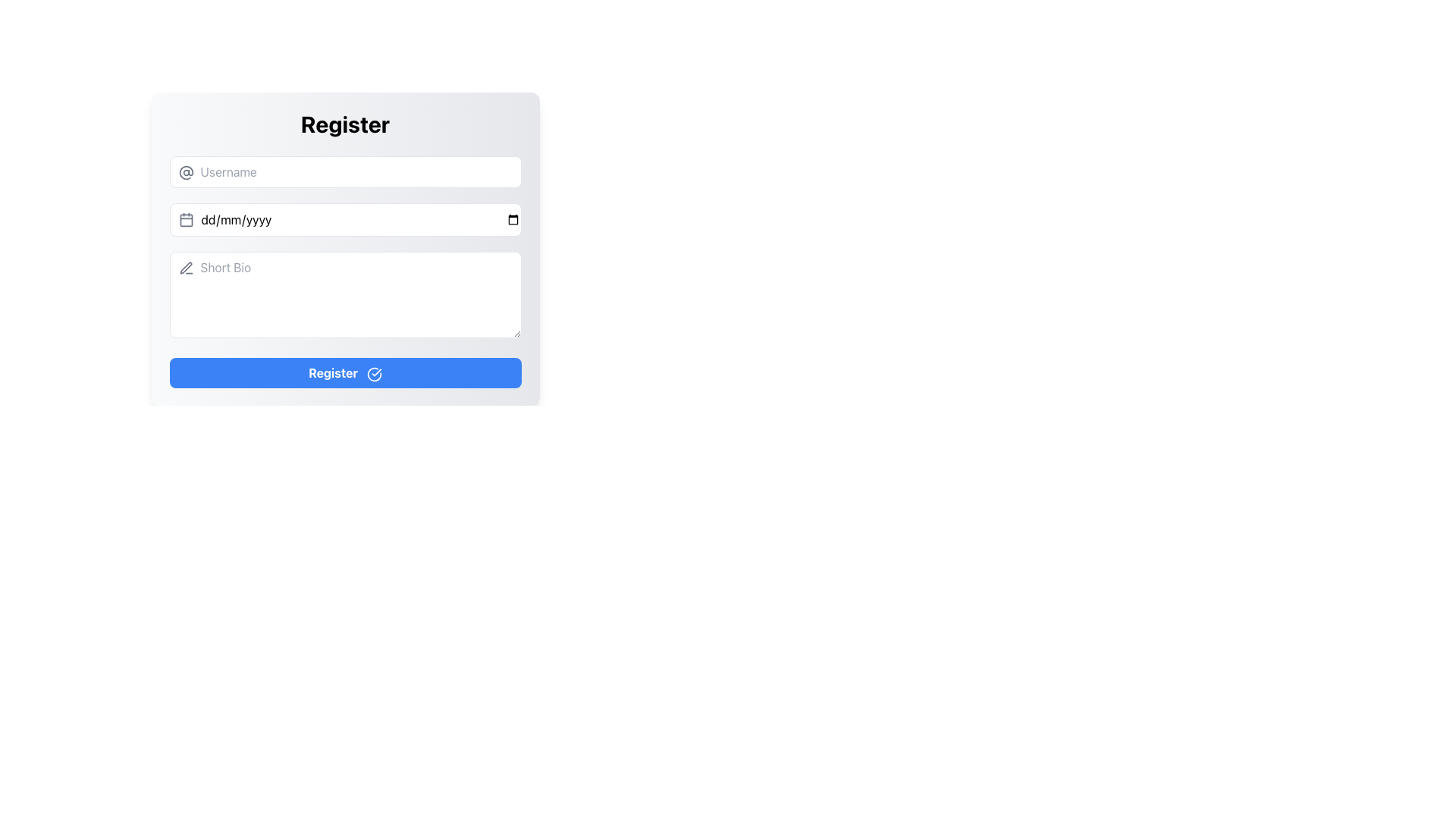 The height and width of the screenshot is (819, 1456). Describe the element at coordinates (185, 219) in the screenshot. I see `the decorative calendar icon located at the top-left corner of the date input field, which is aligned with the placeholder text 'dd/mm/yyyy'` at that location.